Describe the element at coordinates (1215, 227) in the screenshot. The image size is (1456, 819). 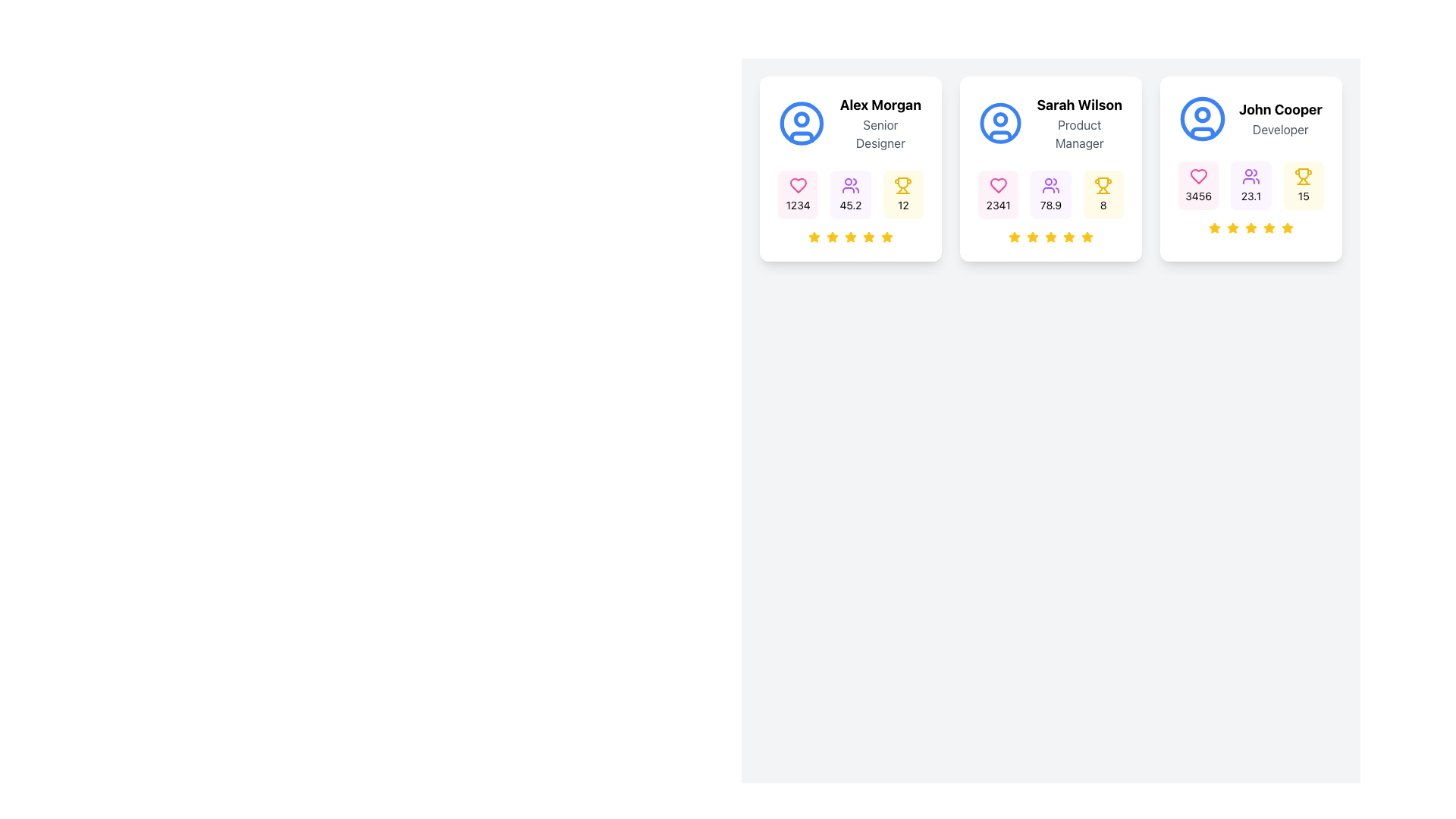
I see `the second star graphic icon in the five-star rating system below John Cooper's profile card` at that location.